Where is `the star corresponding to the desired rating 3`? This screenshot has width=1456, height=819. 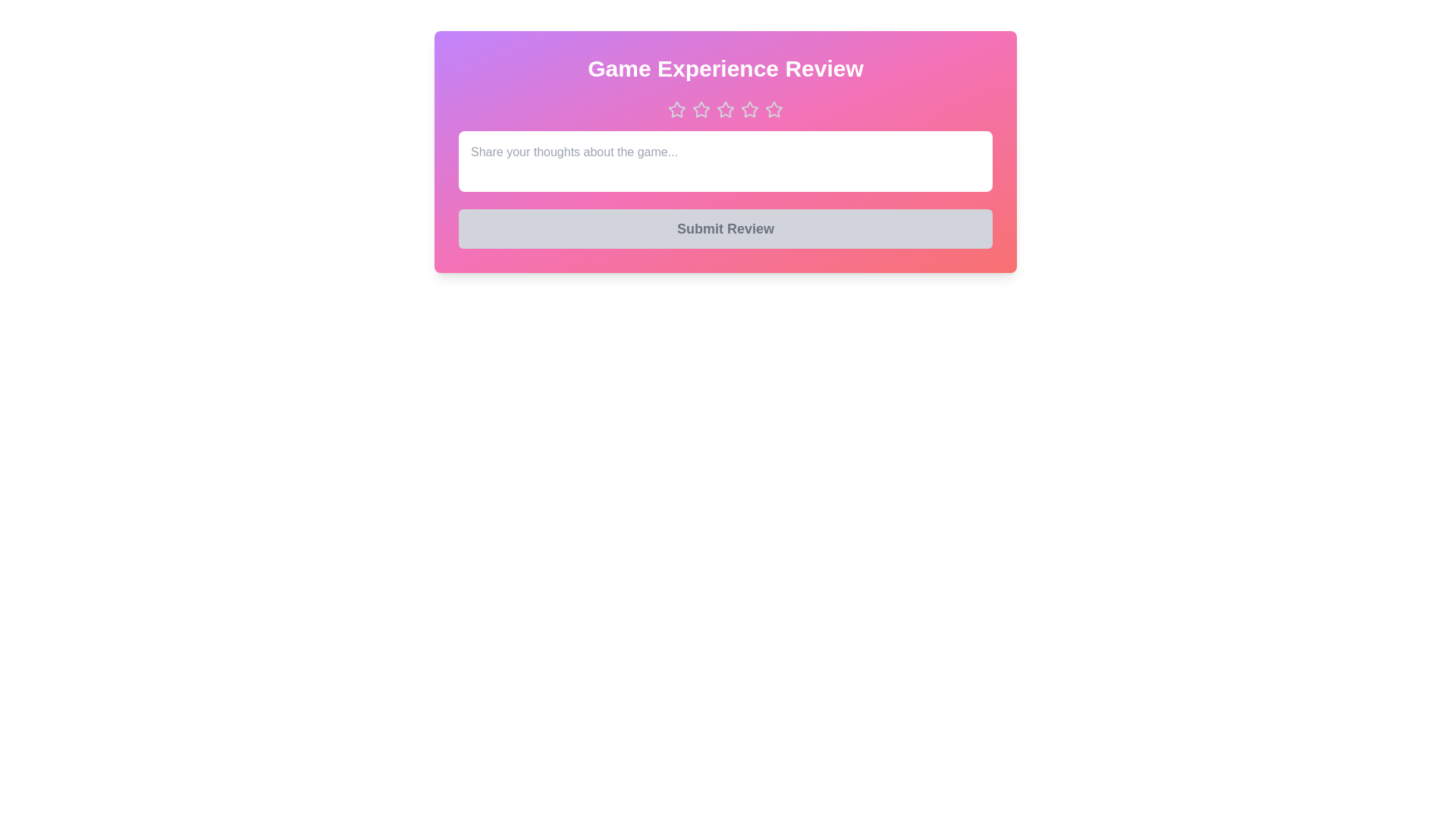
the star corresponding to the desired rating 3 is located at coordinates (724, 109).